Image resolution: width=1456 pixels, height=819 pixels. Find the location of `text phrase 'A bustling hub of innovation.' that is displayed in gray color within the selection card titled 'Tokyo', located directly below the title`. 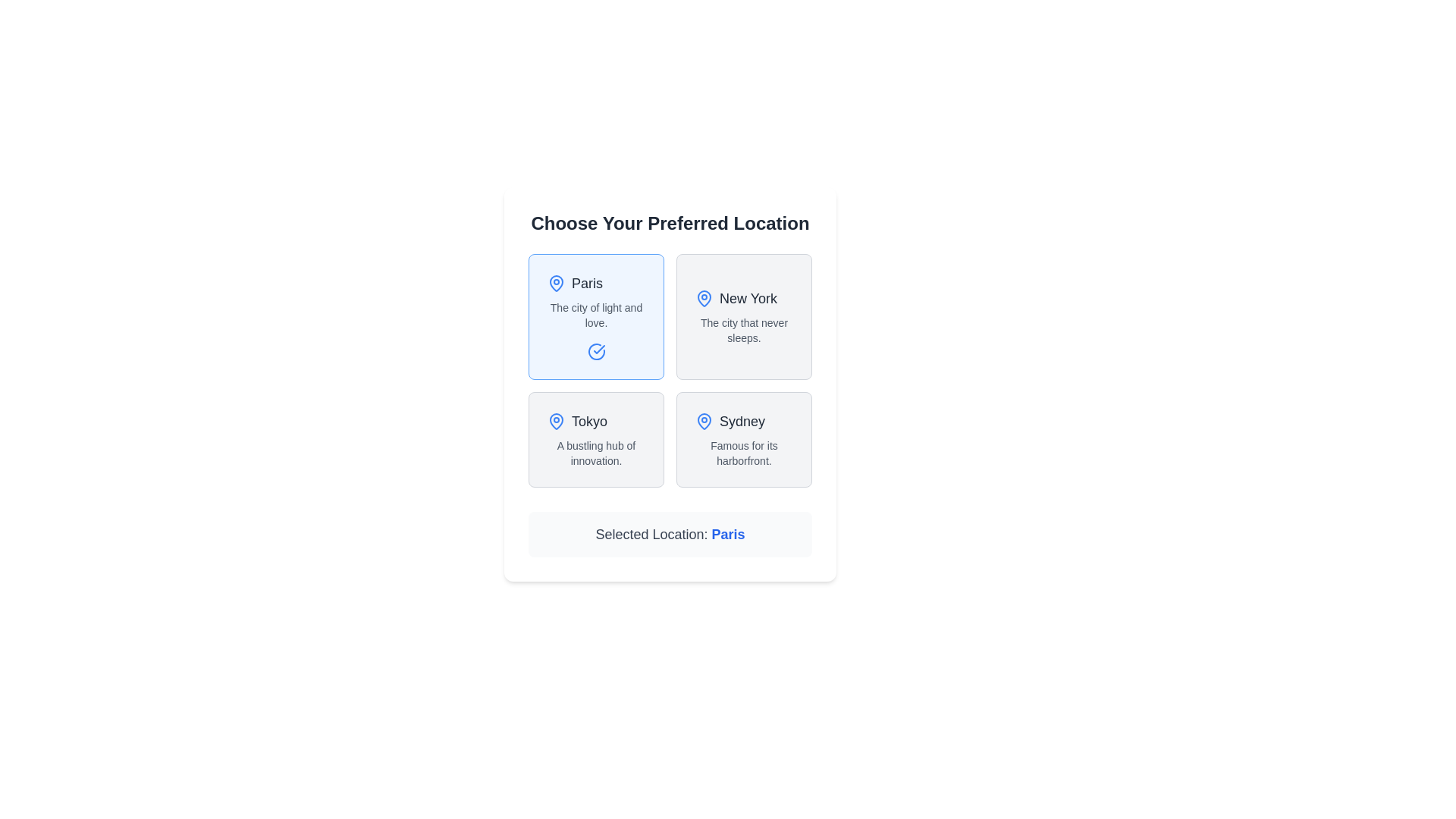

text phrase 'A bustling hub of innovation.' that is displayed in gray color within the selection card titled 'Tokyo', located directly below the title is located at coordinates (595, 452).